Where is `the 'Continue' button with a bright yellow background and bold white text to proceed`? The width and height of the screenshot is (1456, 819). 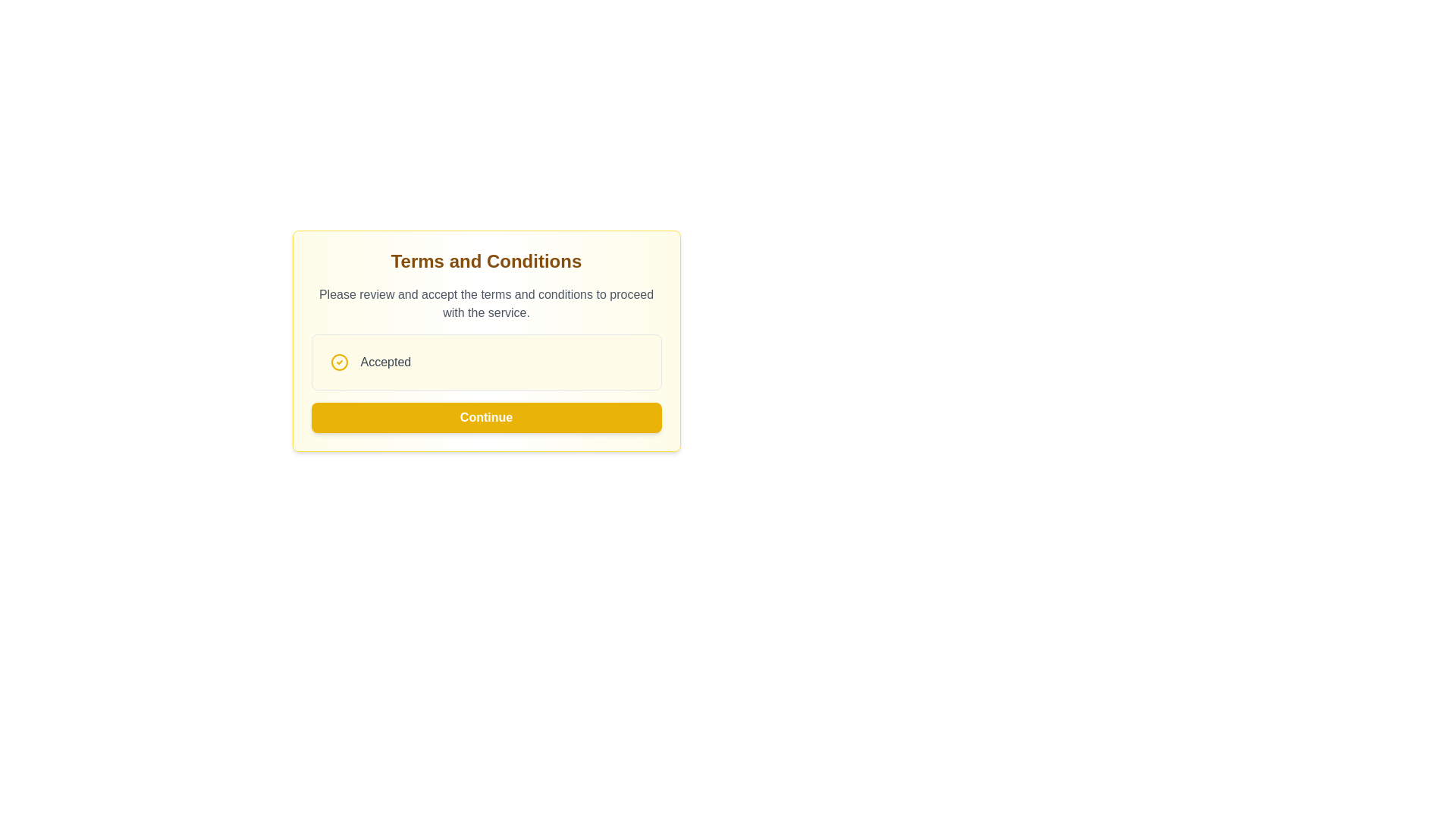 the 'Continue' button with a bright yellow background and bold white text to proceed is located at coordinates (486, 418).